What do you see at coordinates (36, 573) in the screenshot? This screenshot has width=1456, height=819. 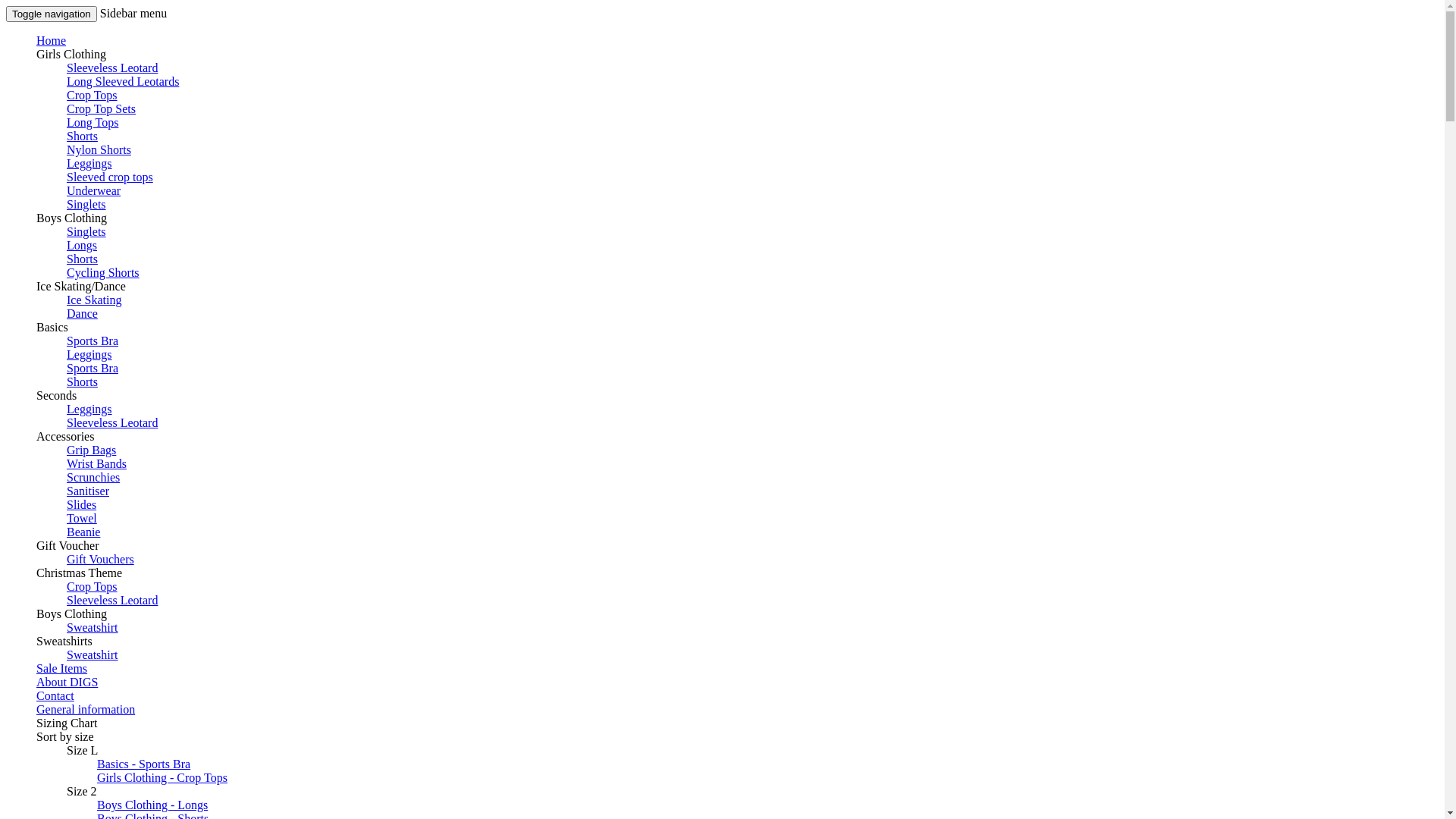 I see `'Christmas Theme'` at bounding box center [36, 573].